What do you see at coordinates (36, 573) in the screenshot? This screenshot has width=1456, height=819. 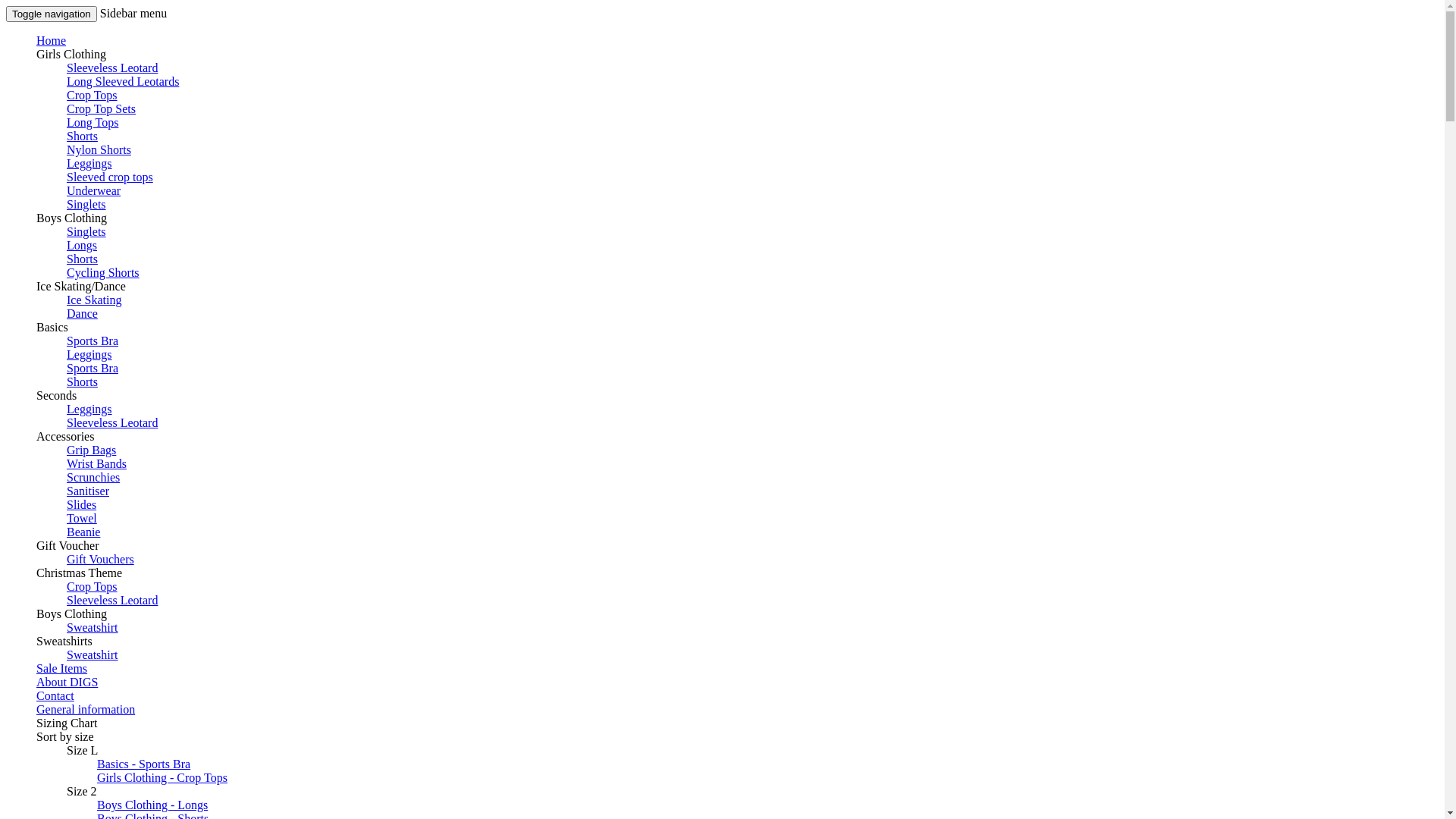 I see `'Christmas Theme'` at bounding box center [36, 573].